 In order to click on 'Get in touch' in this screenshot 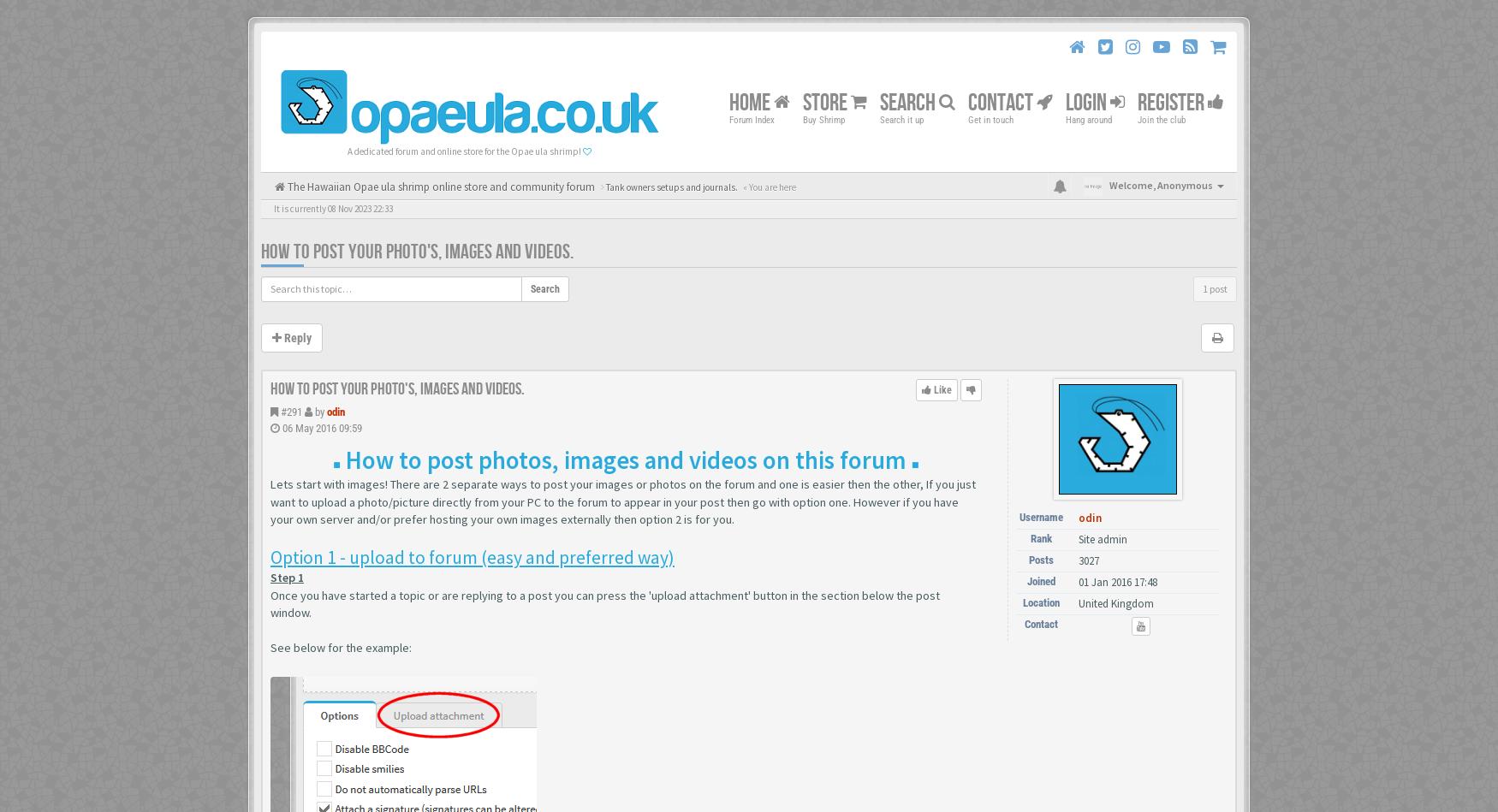, I will do `click(990, 119)`.